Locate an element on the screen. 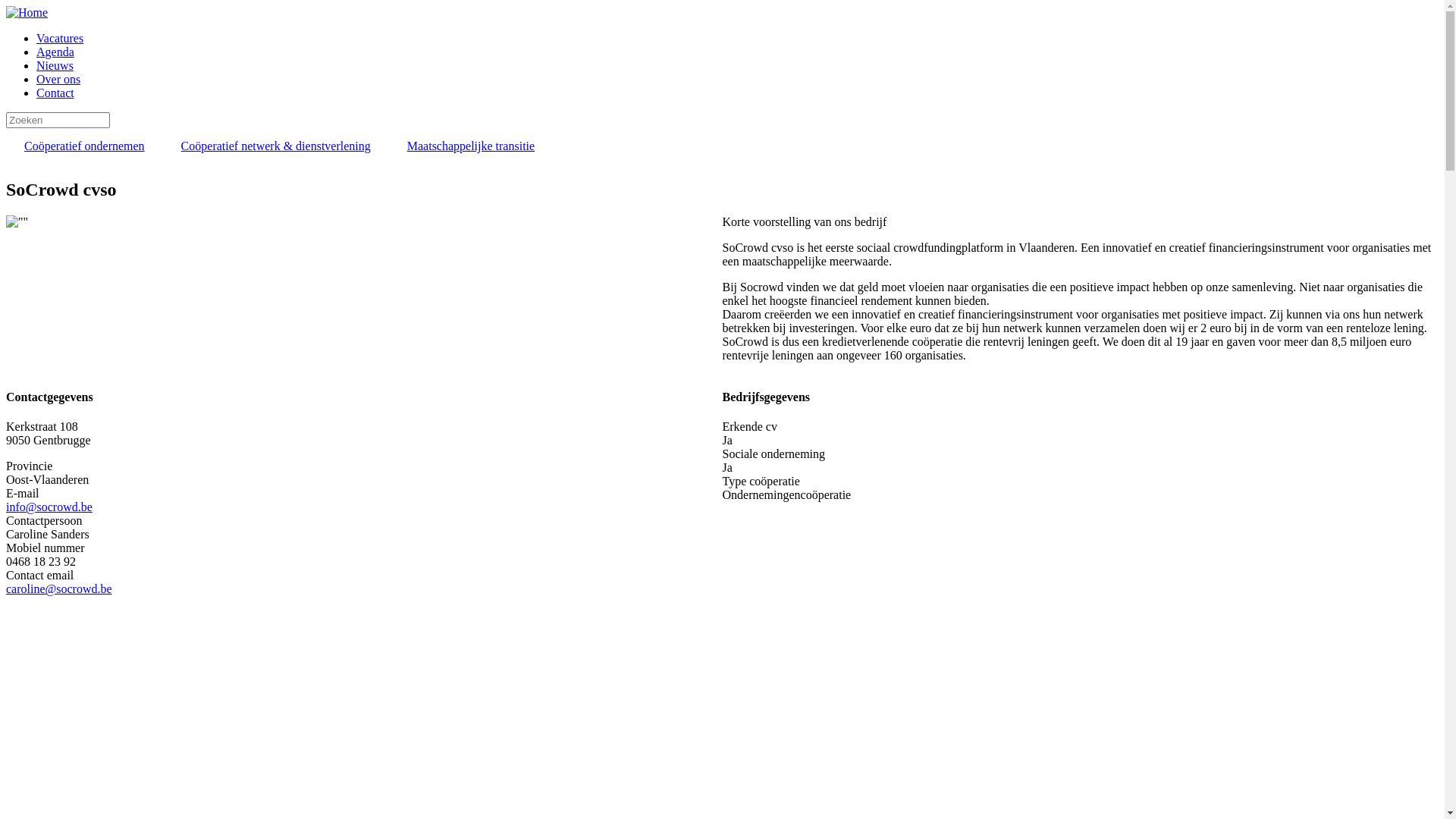 Image resolution: width=1456 pixels, height=819 pixels. 'Geef de woorden op waarnaar u wilt zoeken.' is located at coordinates (58, 119).